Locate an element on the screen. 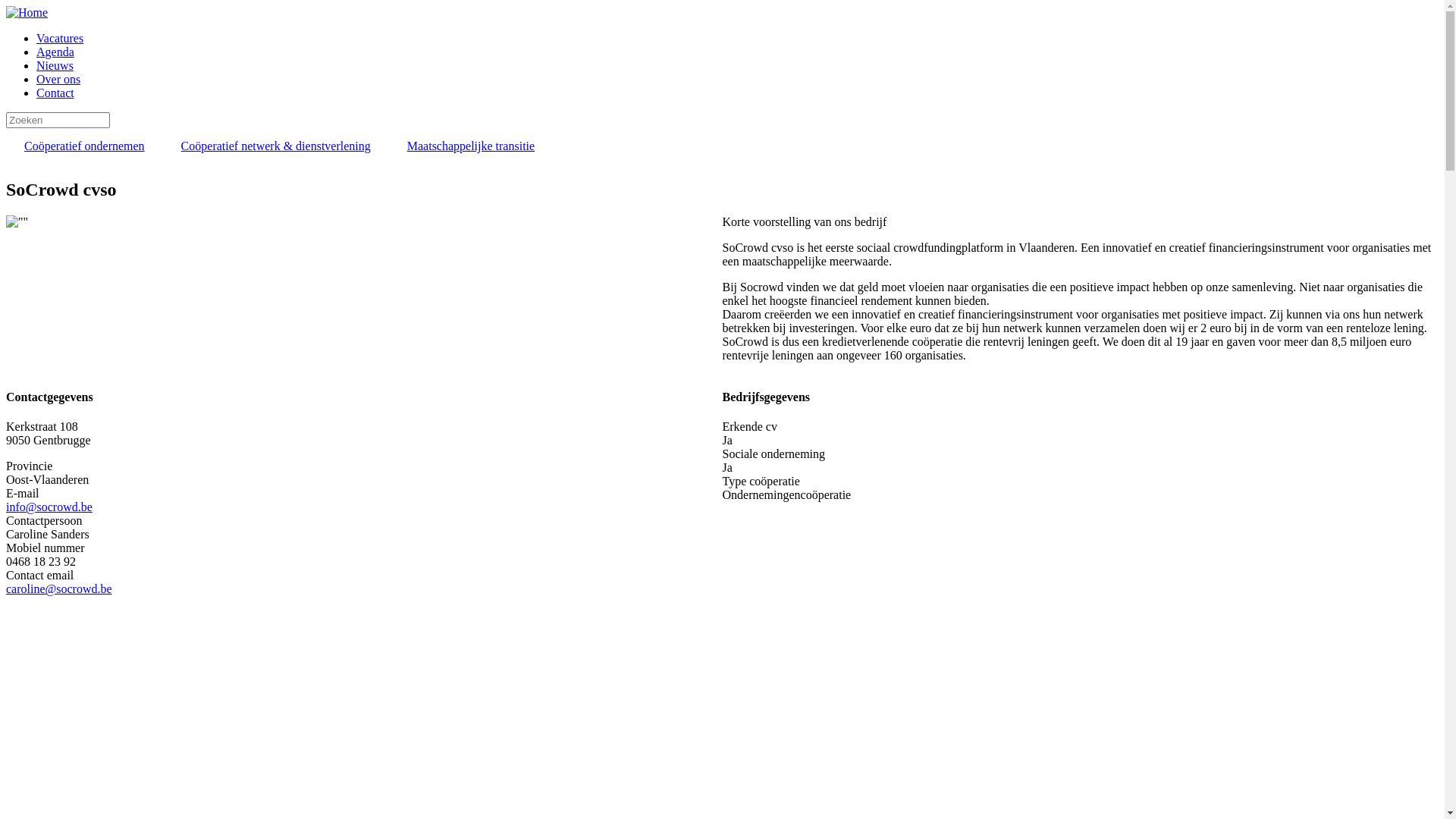 Image resolution: width=1456 pixels, height=819 pixels. 'Geef de woorden op waarnaar u wilt zoeken.' is located at coordinates (58, 119).